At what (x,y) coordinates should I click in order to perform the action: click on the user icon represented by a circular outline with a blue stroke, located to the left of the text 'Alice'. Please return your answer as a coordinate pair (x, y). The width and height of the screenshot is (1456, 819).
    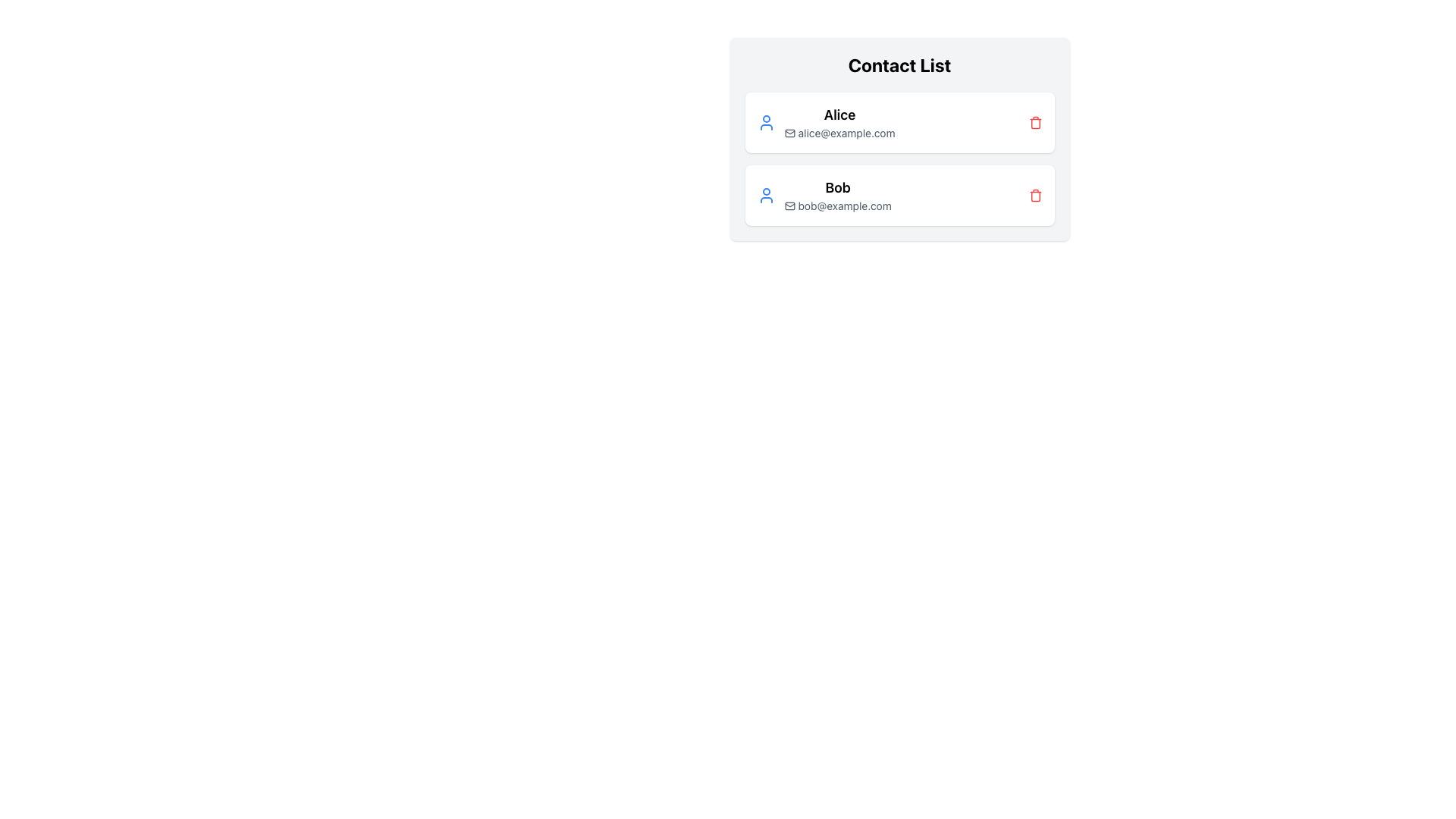
    Looking at the image, I should click on (766, 122).